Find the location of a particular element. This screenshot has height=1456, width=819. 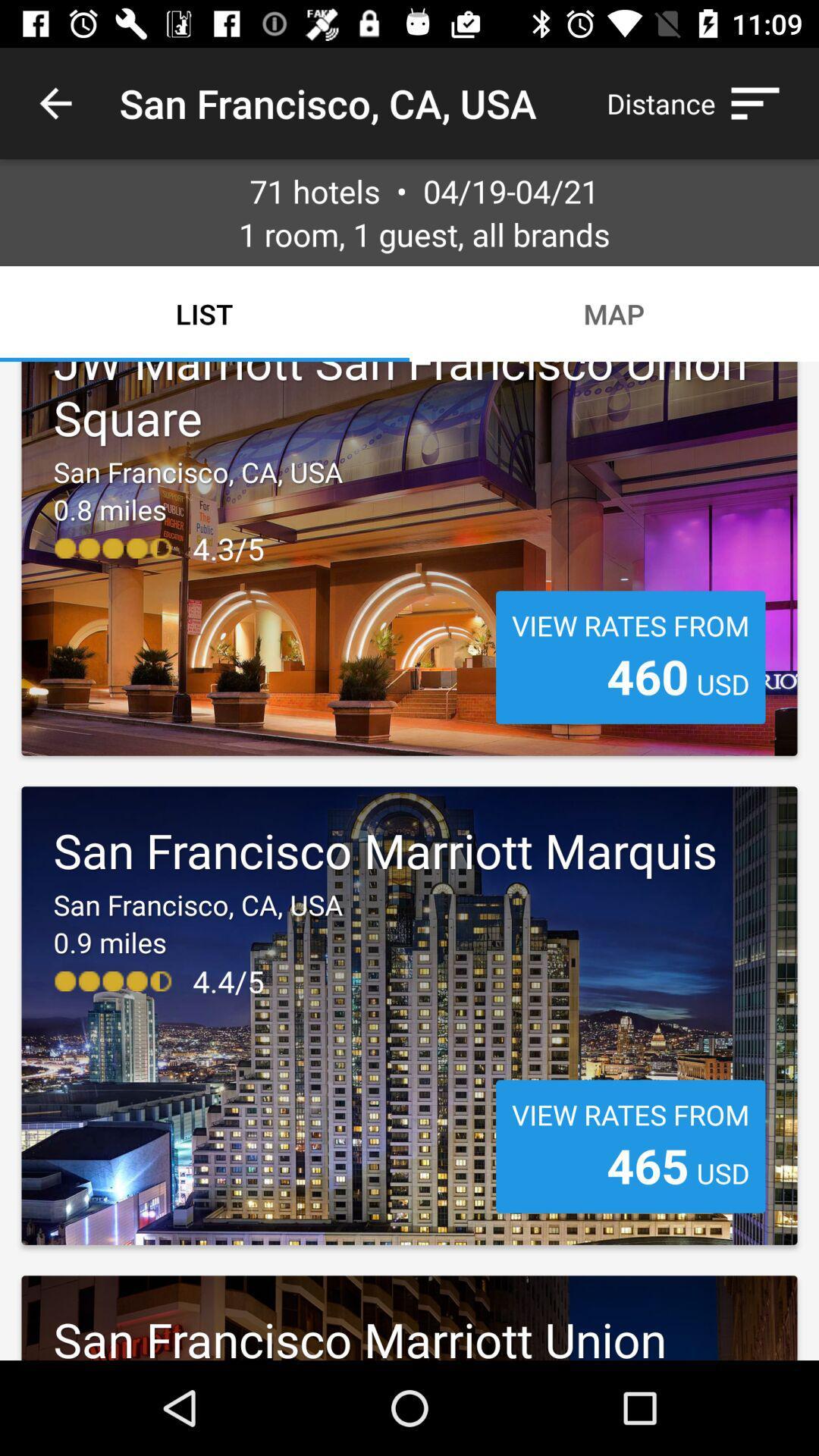

the icon to the right of san francisco ca item is located at coordinates (701, 102).